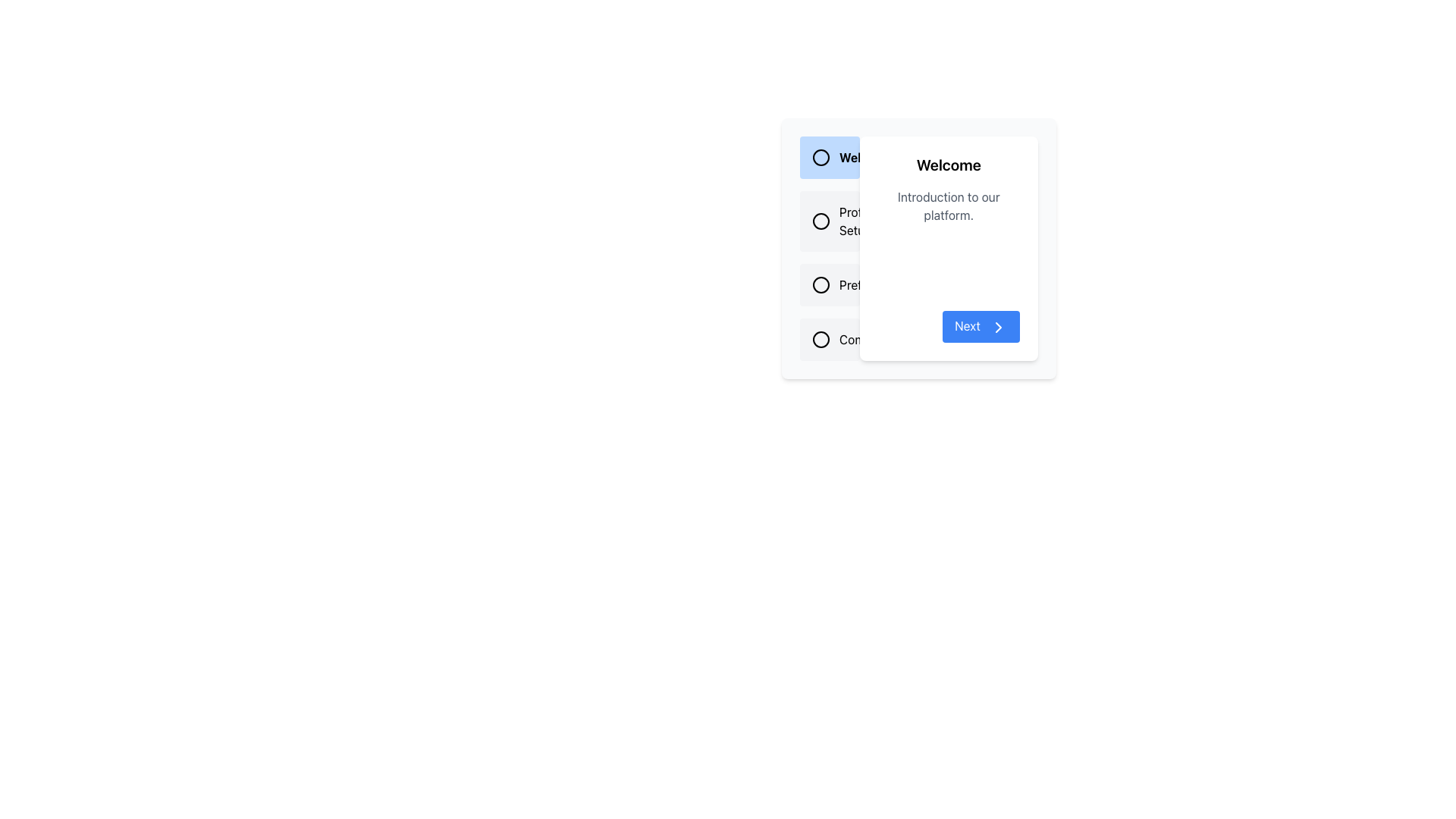  What do you see at coordinates (821, 221) in the screenshot?
I see `the circular visual marker (radio button indicator) in the second row labeled 'Product Setup'` at bounding box center [821, 221].